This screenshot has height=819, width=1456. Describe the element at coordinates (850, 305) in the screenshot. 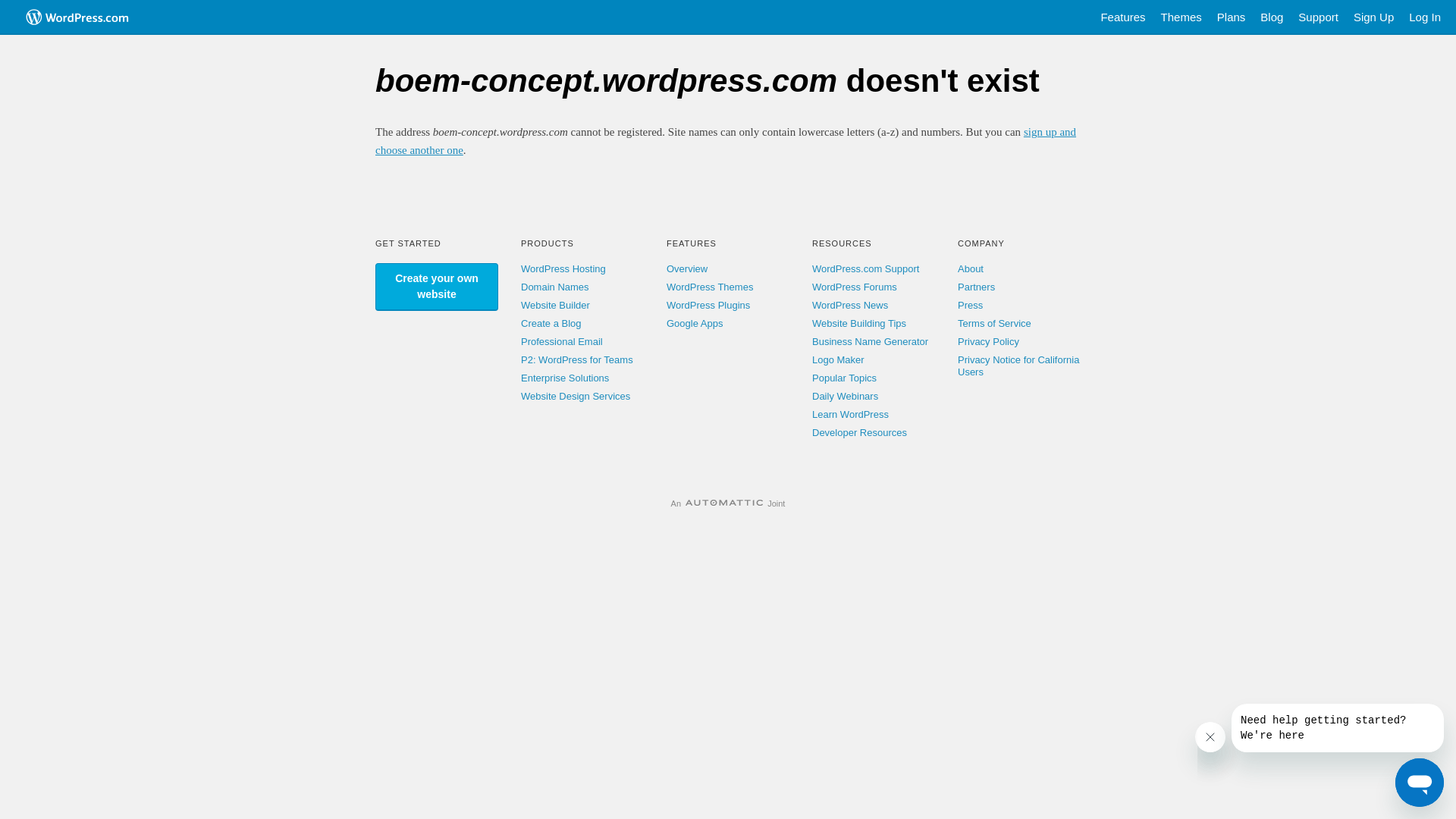

I see `'WordPress News'` at that location.